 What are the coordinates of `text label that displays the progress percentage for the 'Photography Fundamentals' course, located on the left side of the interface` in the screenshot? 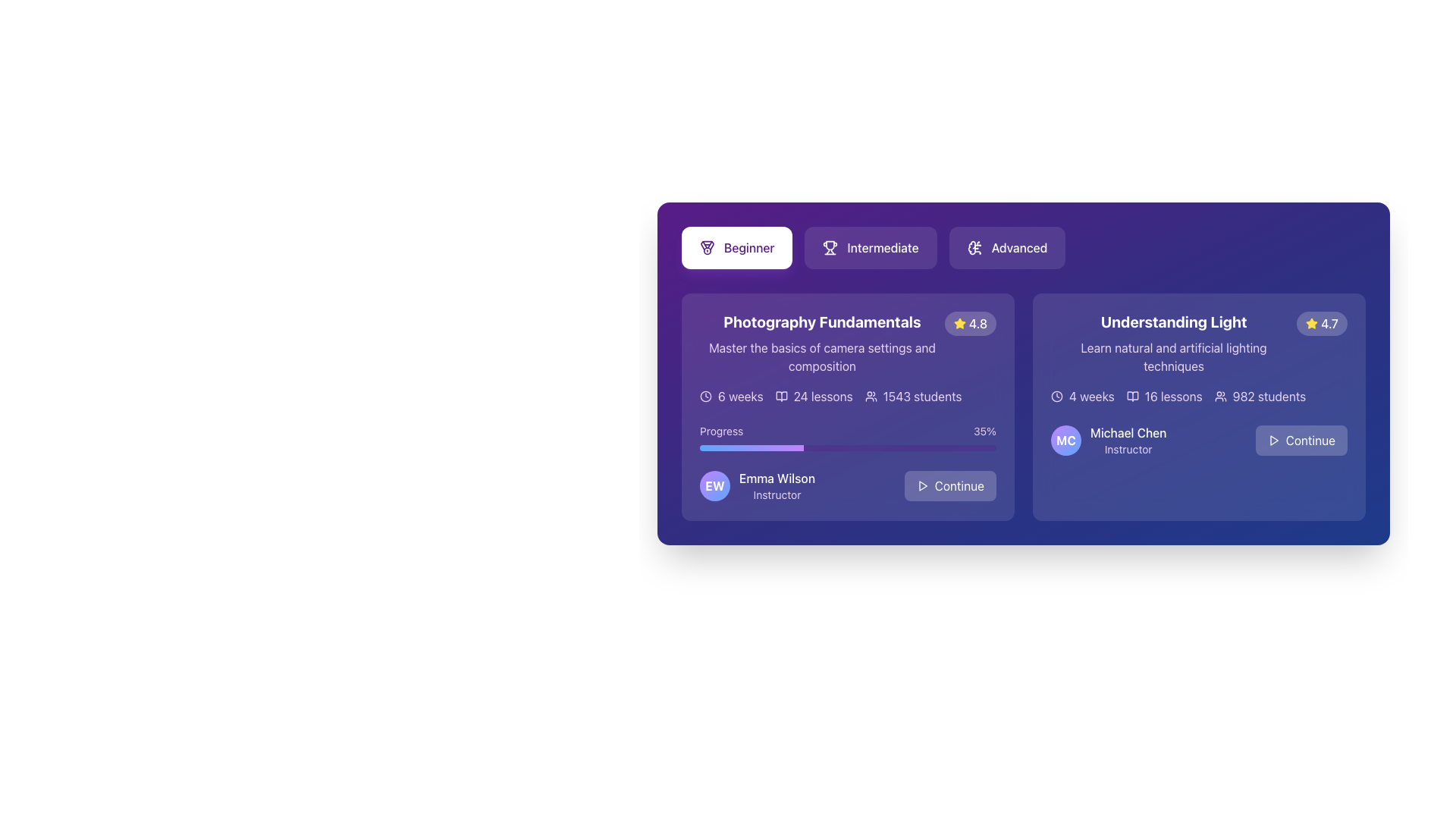 It's located at (985, 431).